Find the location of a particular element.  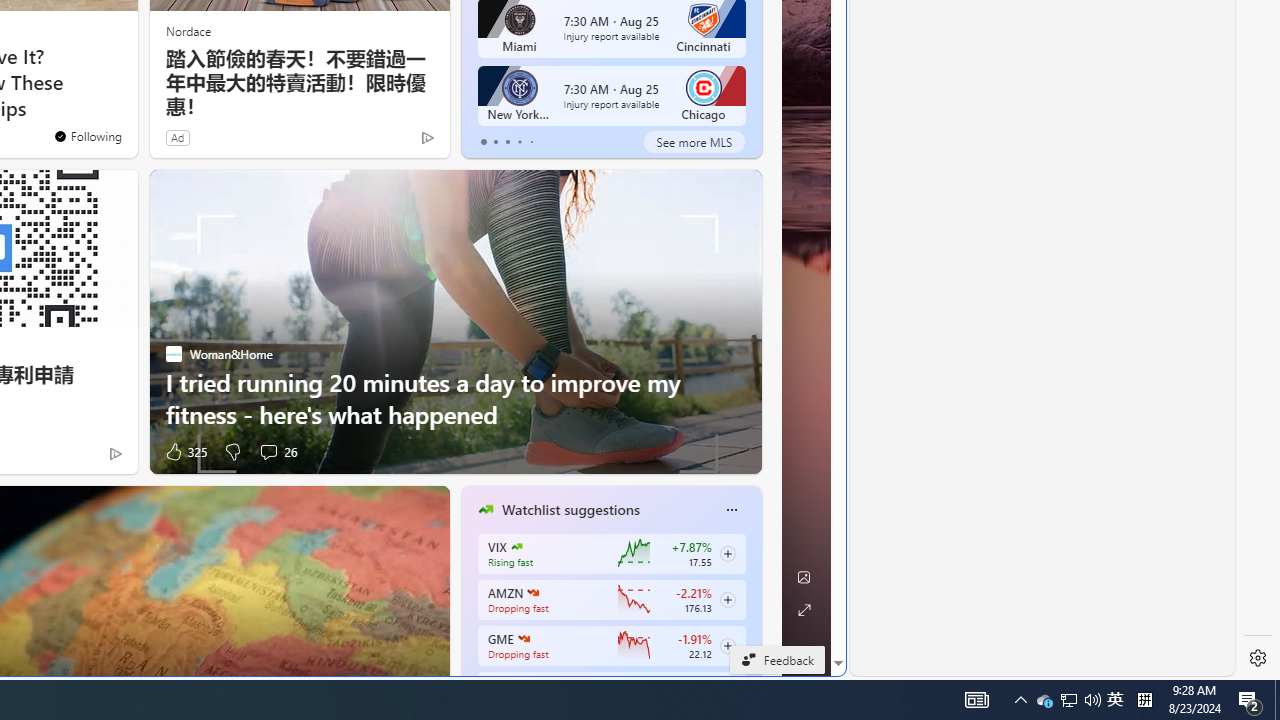

'AMAZON.COM, INC.' is located at coordinates (532, 591).